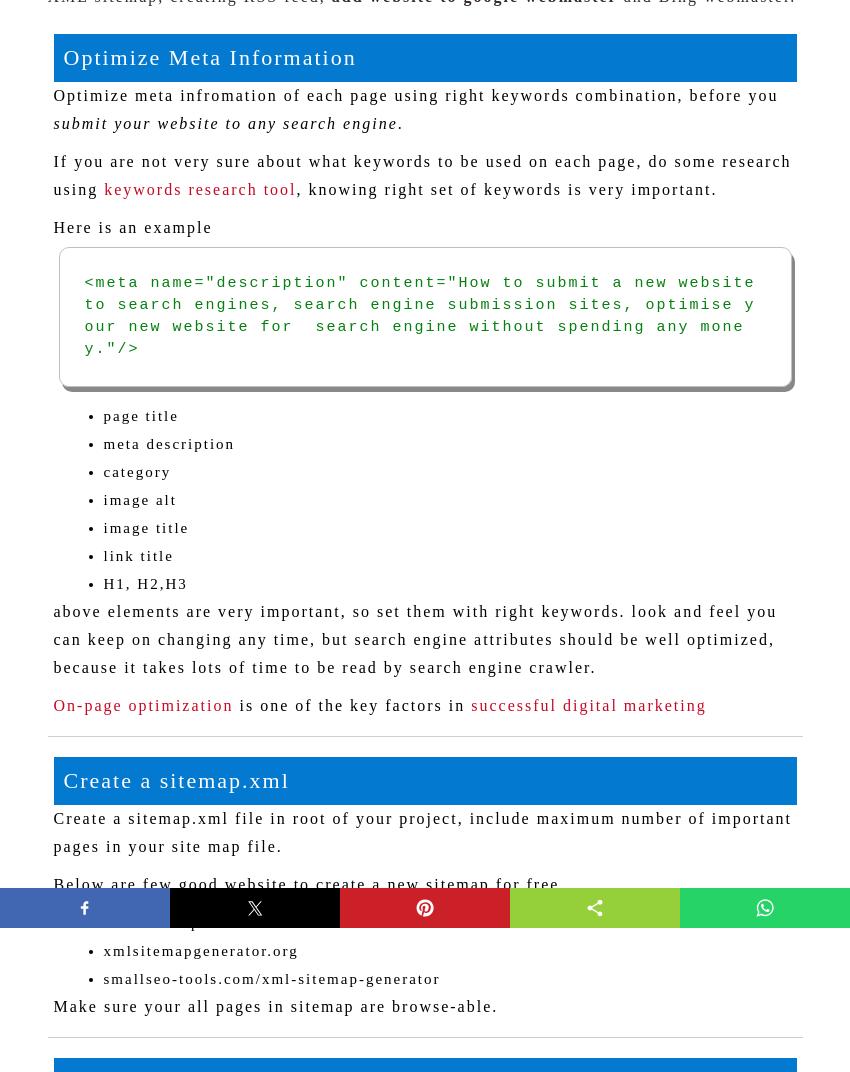 Image resolution: width=850 pixels, height=1072 pixels. I want to click on 'image alt', so click(102, 499).